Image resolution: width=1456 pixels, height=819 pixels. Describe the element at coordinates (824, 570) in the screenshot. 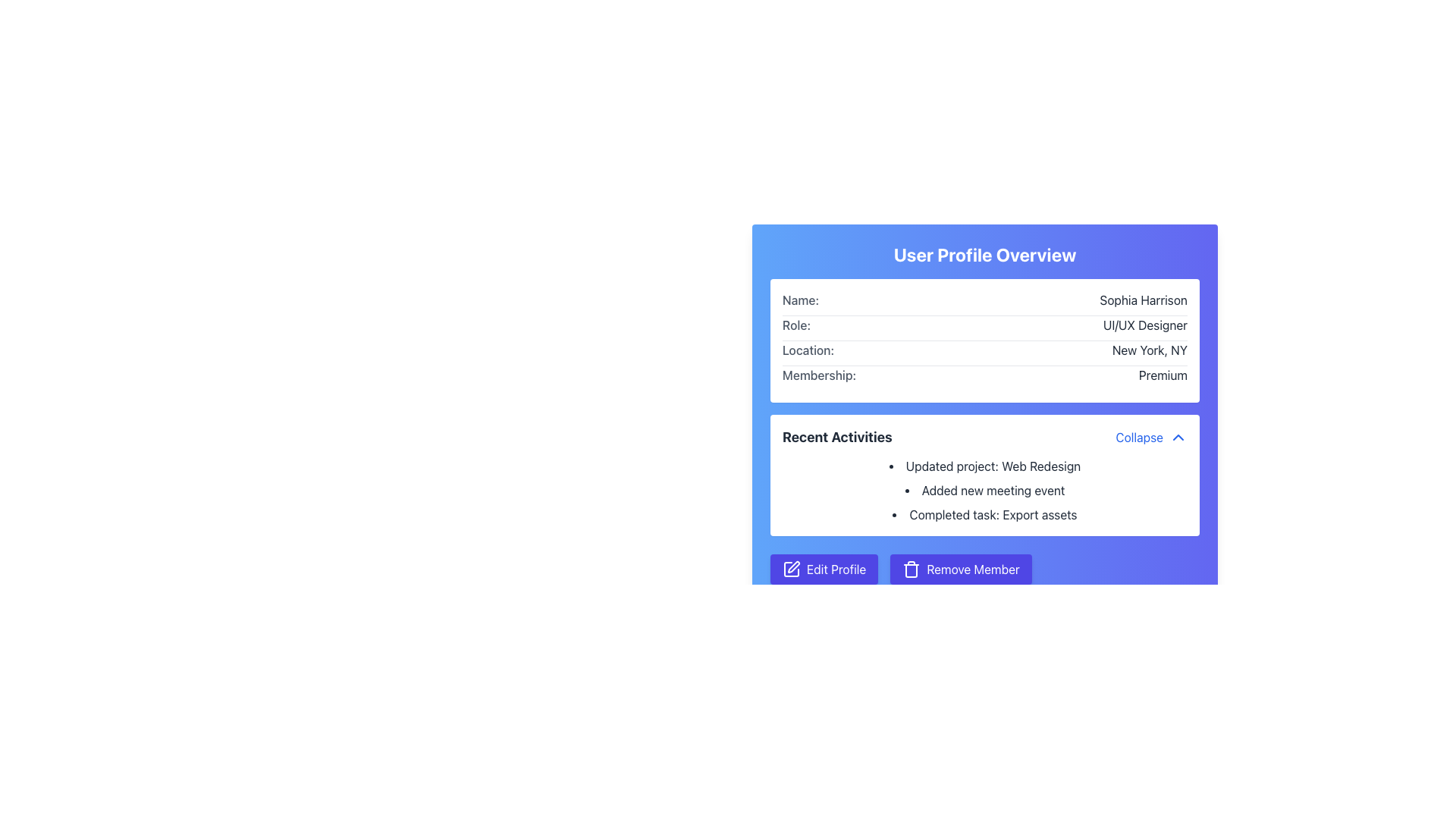

I see `the first button in the horizontal layout of the profile overview card` at that location.